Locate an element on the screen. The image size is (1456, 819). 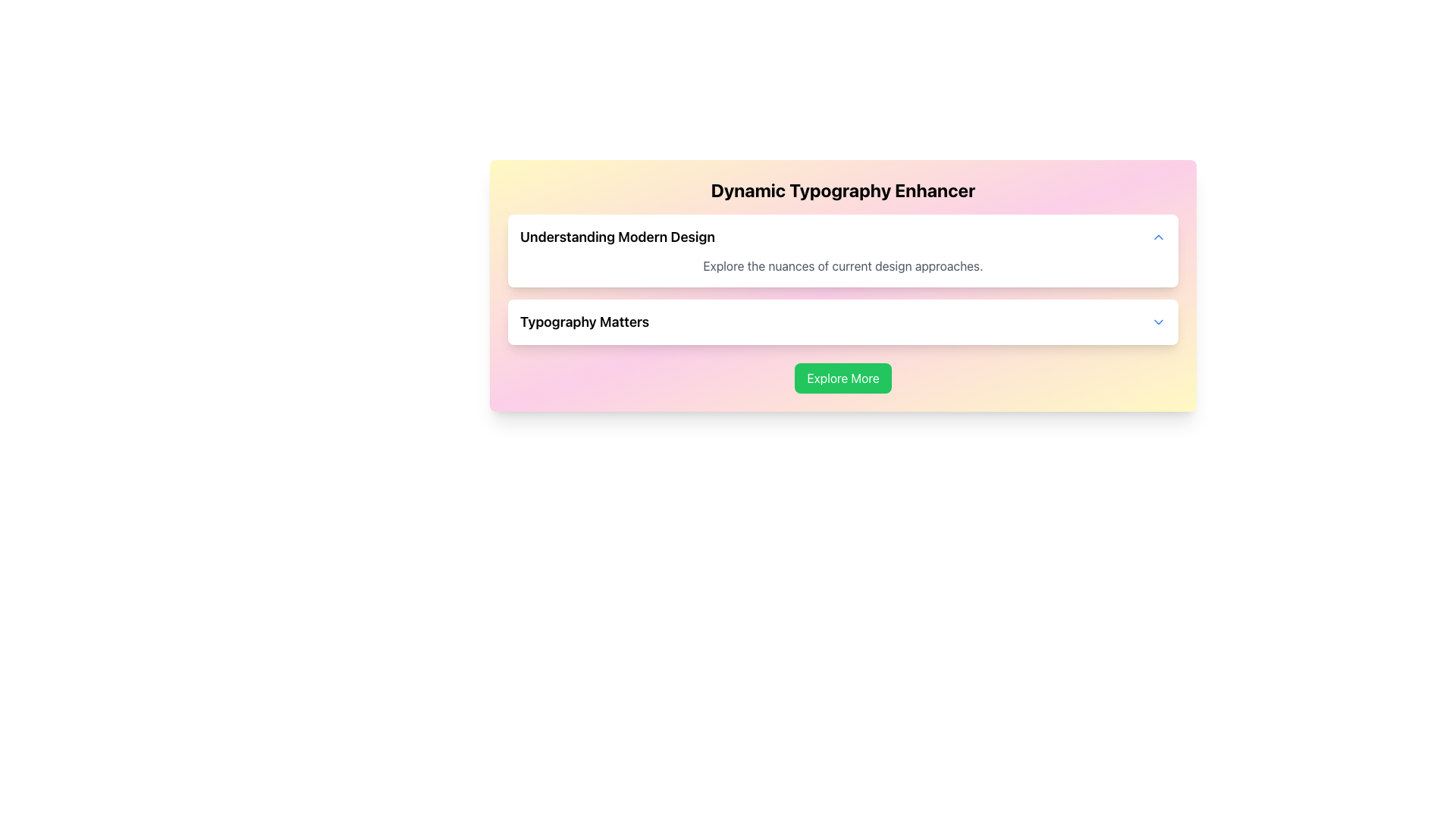
the button in the upper-right corner of the 'Understanding Modern Design' list item is located at coordinates (1157, 237).